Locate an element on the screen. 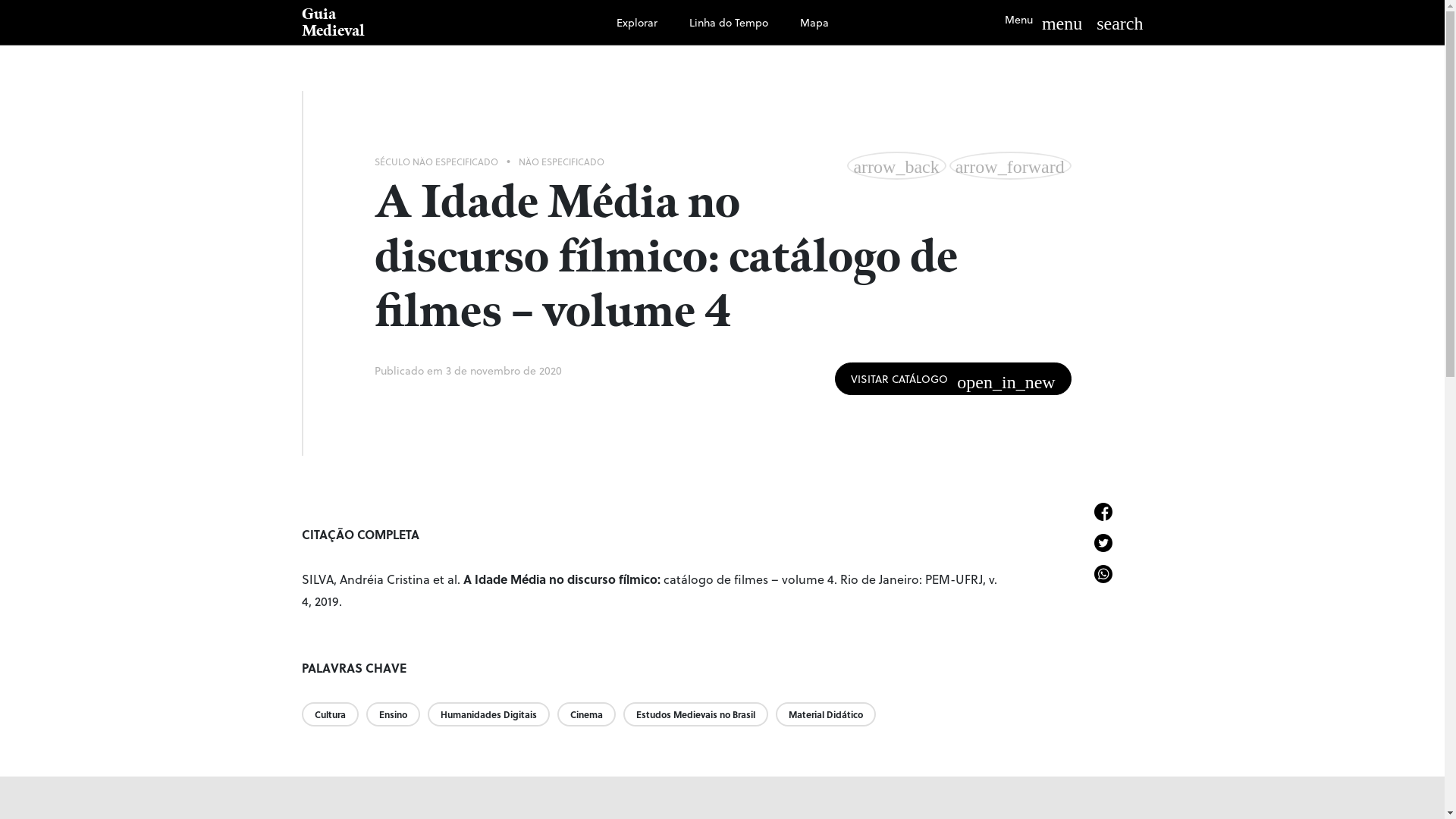  'Mapa' is located at coordinates (814, 22).